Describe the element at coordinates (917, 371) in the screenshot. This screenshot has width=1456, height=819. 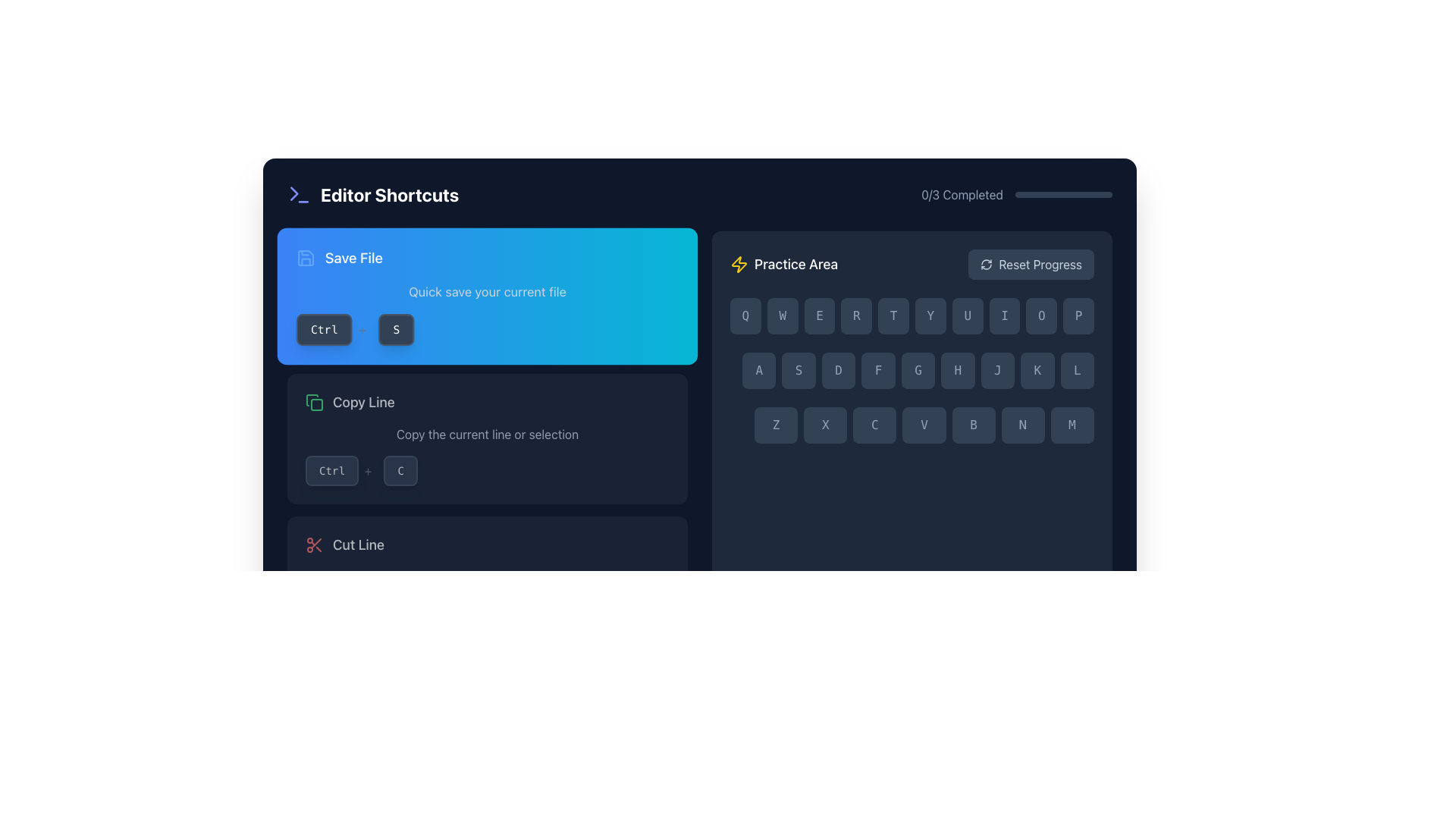
I see `the button labeled 'G' in the Practice Area section, which is styled in dark blue with light gray text and is the fifth button in a row of nine buttons` at that location.